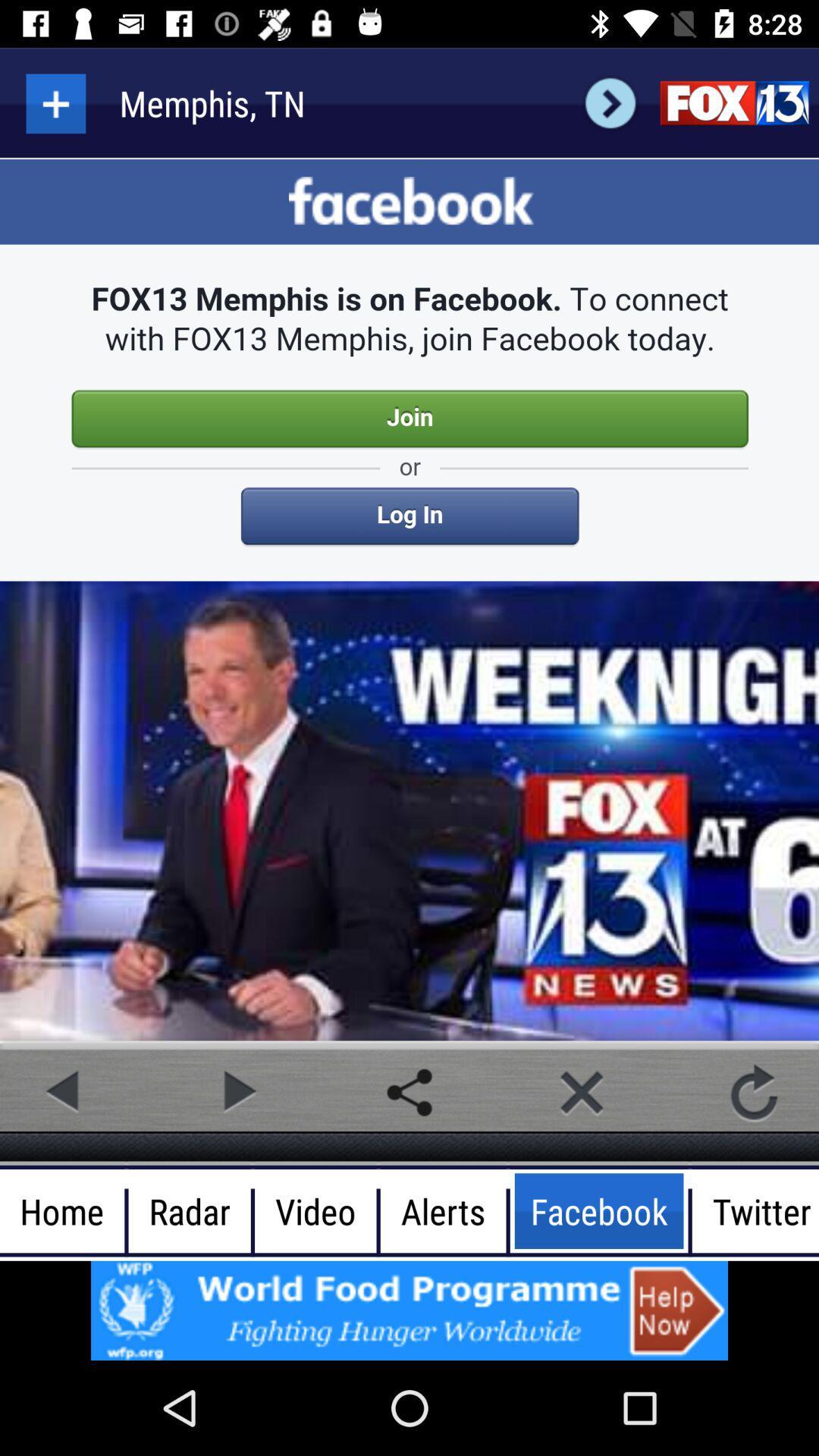 The height and width of the screenshot is (1456, 819). What do you see at coordinates (237, 1092) in the screenshot?
I see `forward` at bounding box center [237, 1092].